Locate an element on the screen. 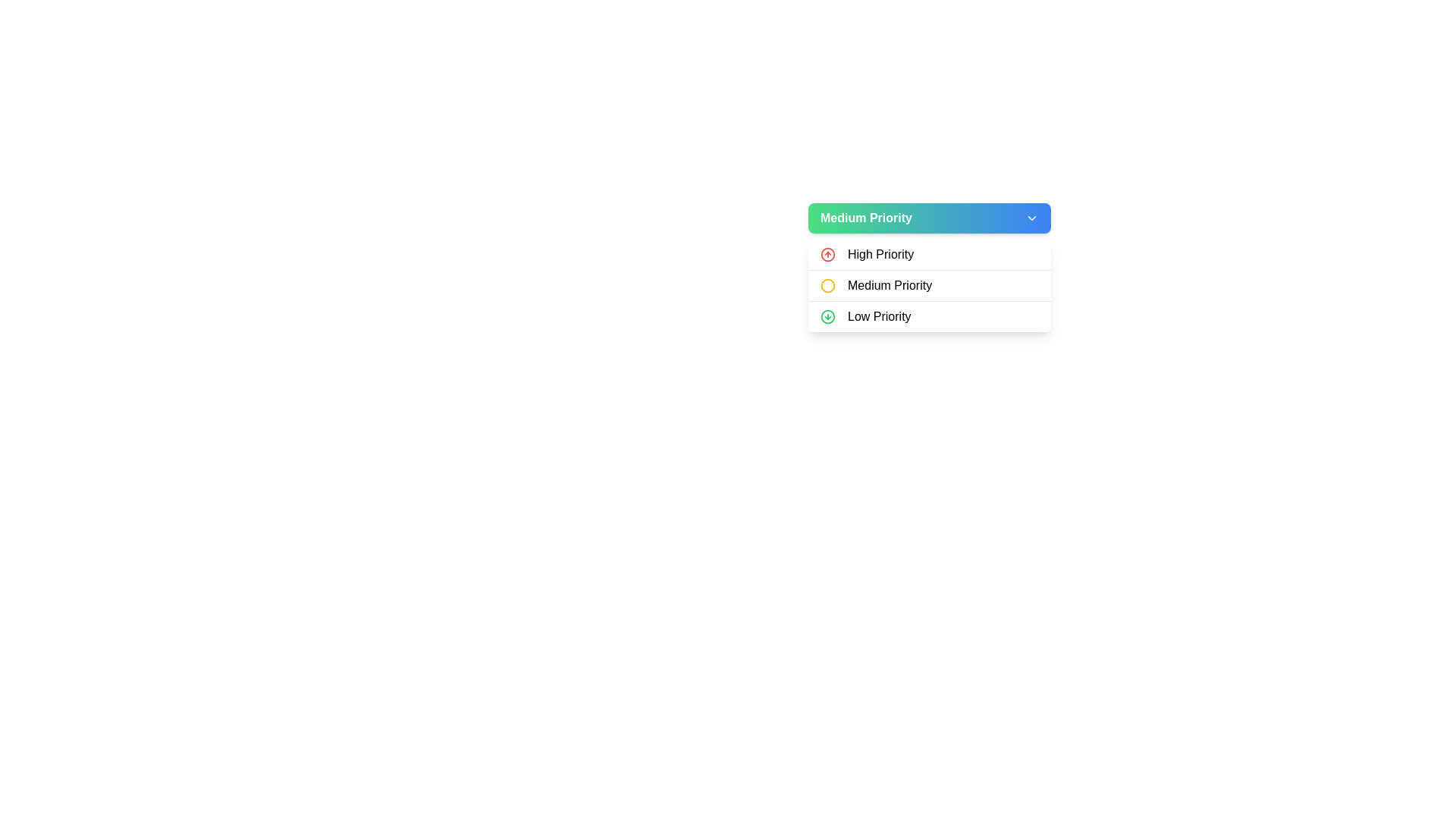 This screenshot has width=1456, height=819. the circular icon outlined in yellow located to the left of the text 'Medium Priority' is located at coordinates (827, 286).